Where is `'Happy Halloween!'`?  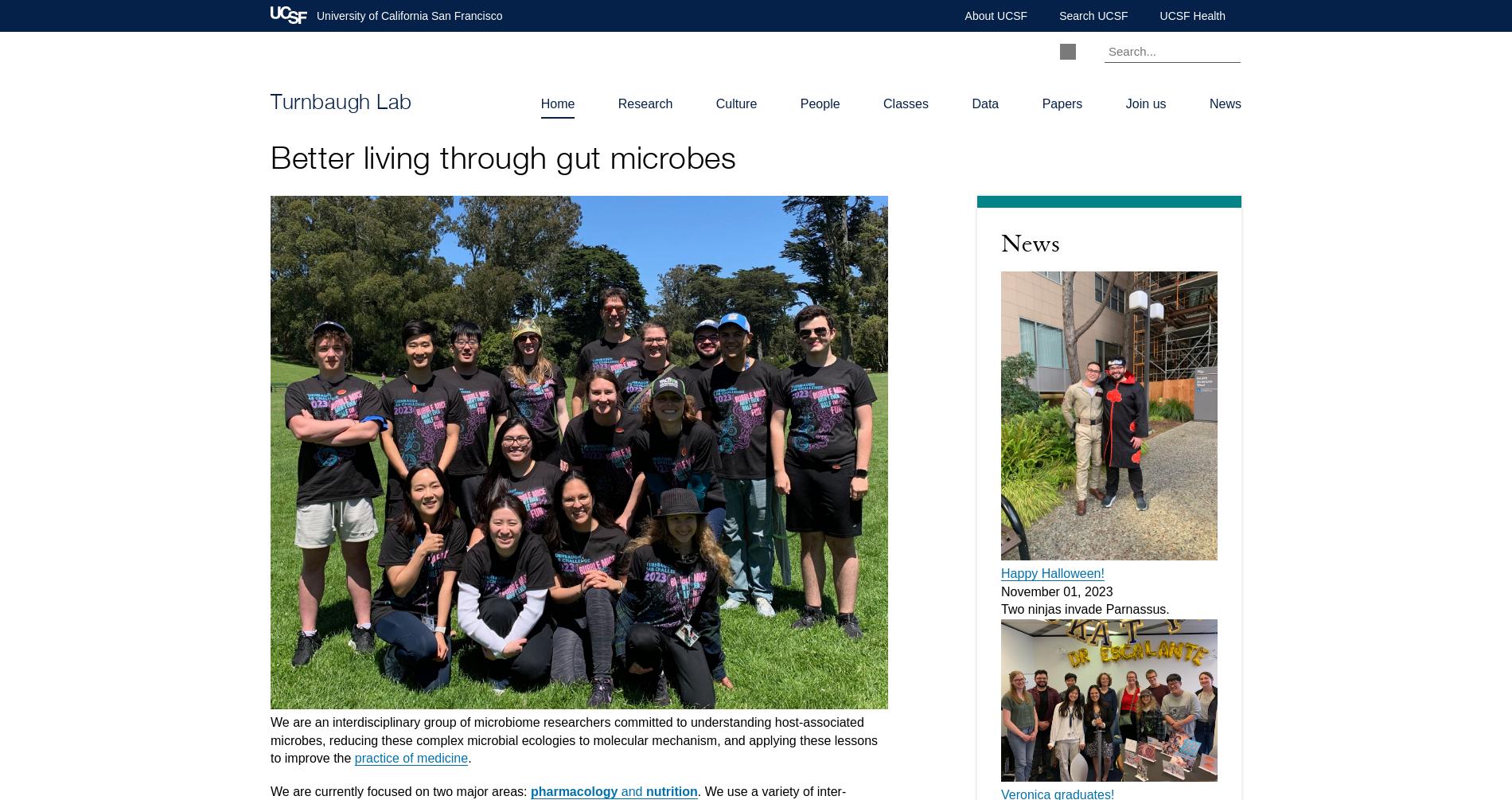 'Happy Halloween!' is located at coordinates (1051, 573).